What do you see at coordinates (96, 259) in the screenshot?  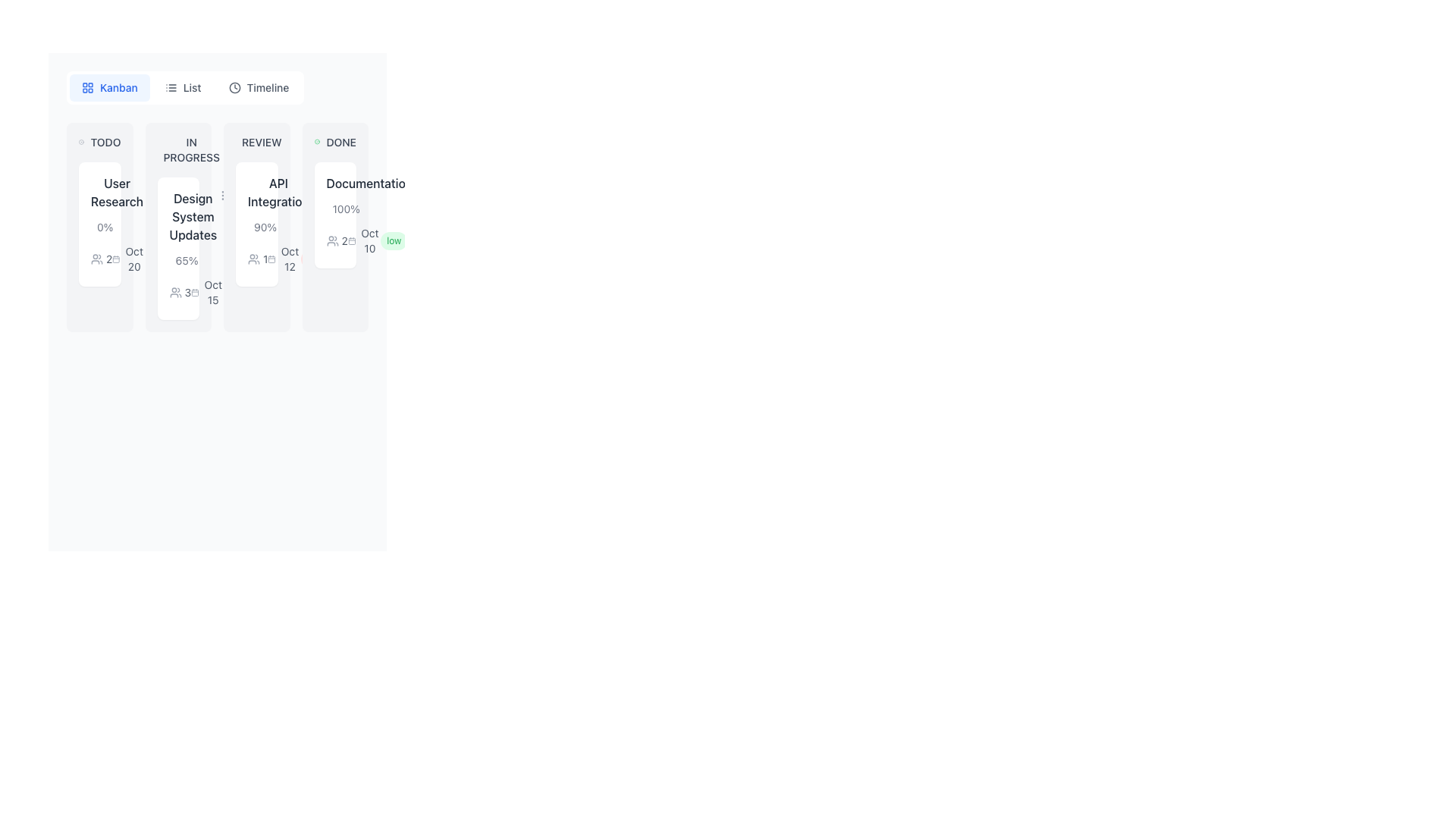 I see `the icon representing the group of users or tasks located in the first card under the 'TODO' section of the Kanban board, adjacent to the text '2'` at bounding box center [96, 259].